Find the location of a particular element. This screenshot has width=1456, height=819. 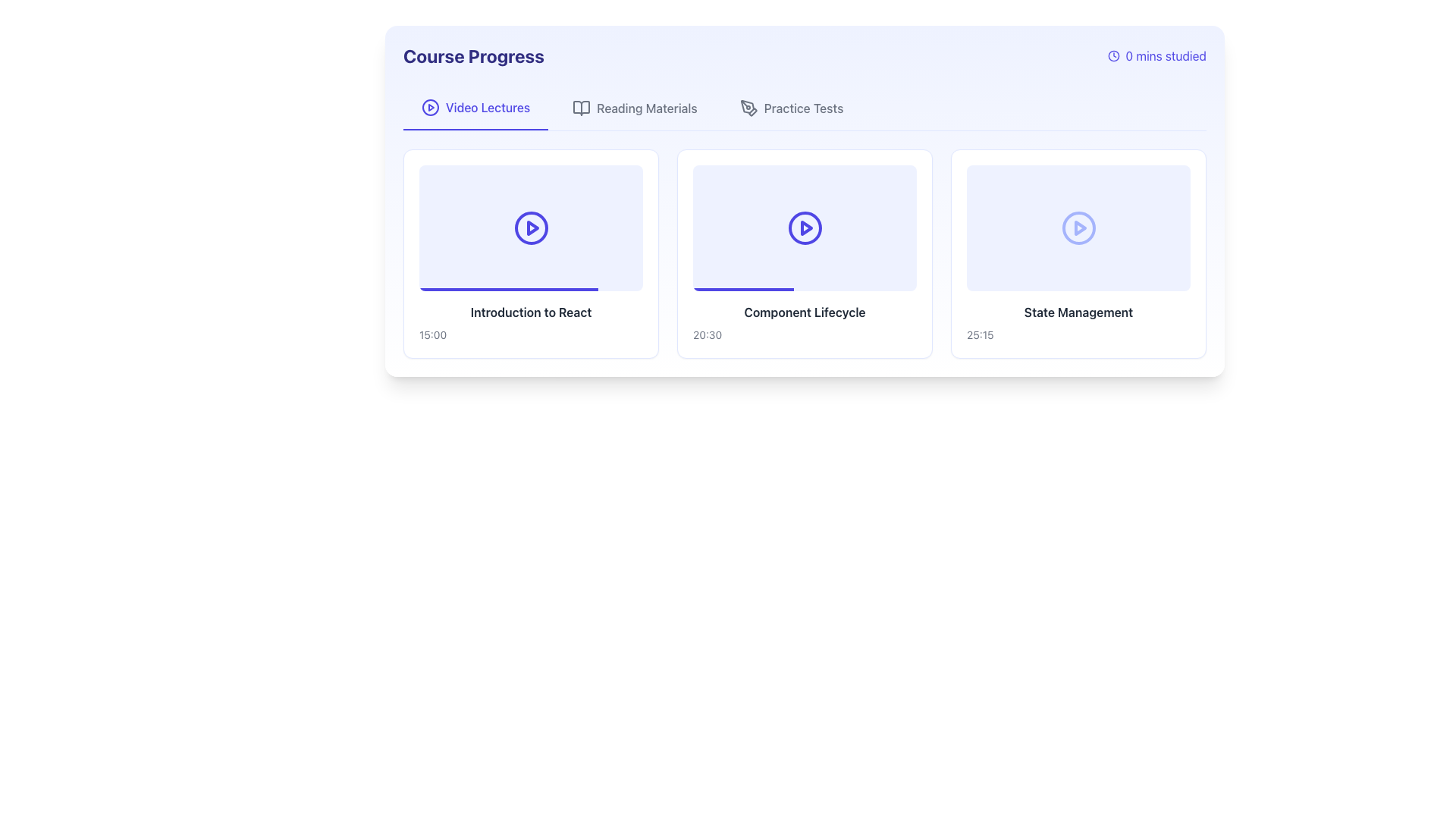

the circular outline of the play button located in the third video card titled 'State Management', which is positioned above the label '25:15' is located at coordinates (1078, 227).